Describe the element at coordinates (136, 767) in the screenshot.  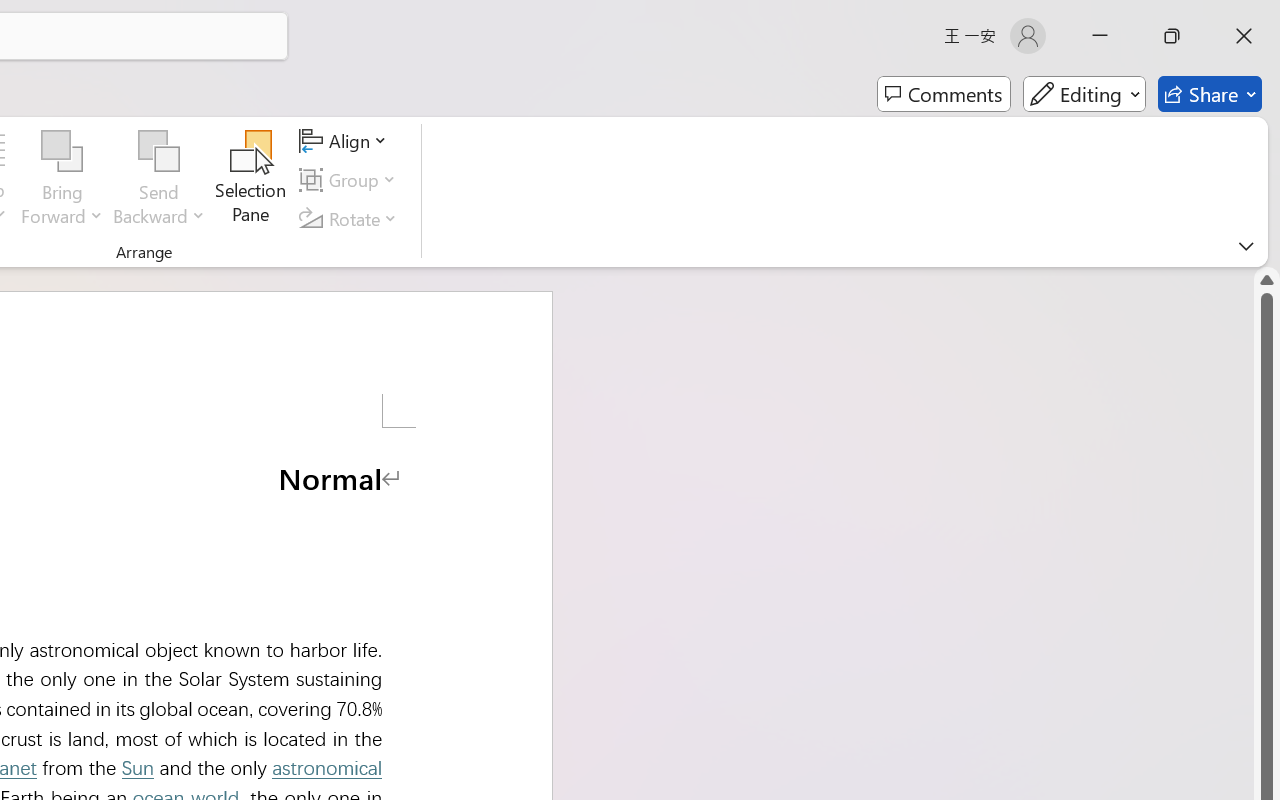
I see `'Sun'` at that location.